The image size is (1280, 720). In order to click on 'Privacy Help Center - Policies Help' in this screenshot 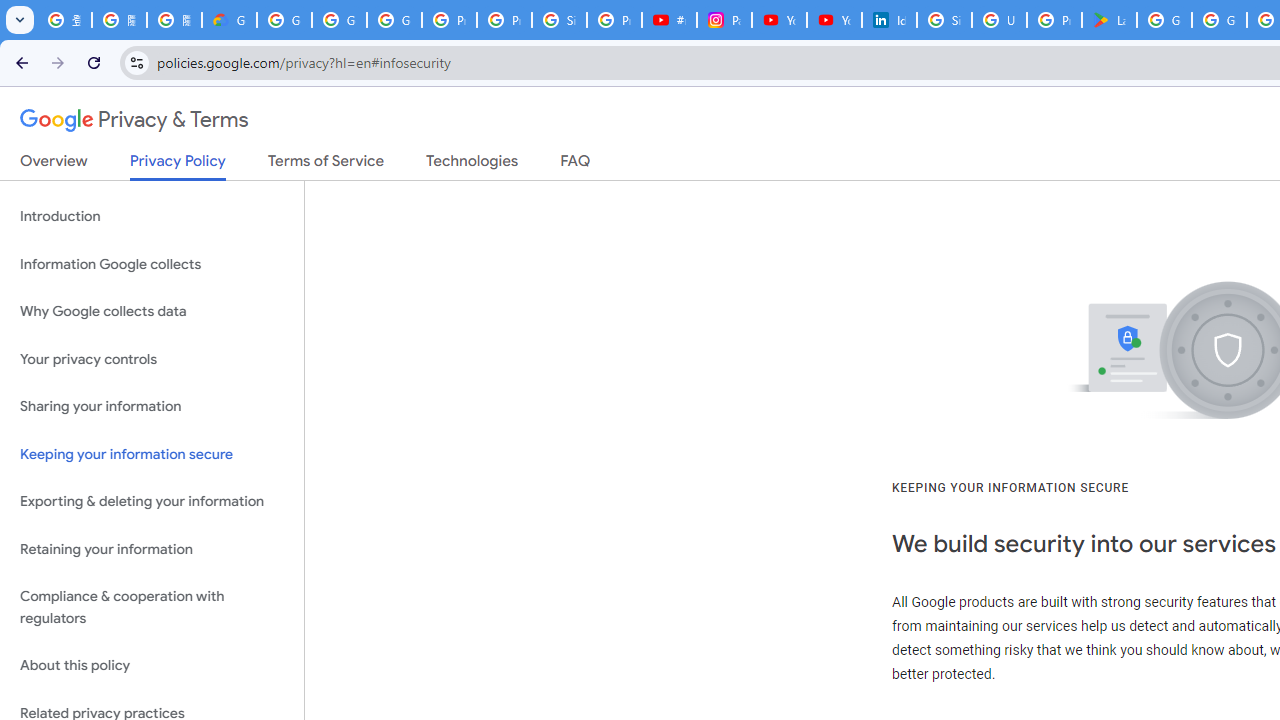, I will do `click(504, 20)`.